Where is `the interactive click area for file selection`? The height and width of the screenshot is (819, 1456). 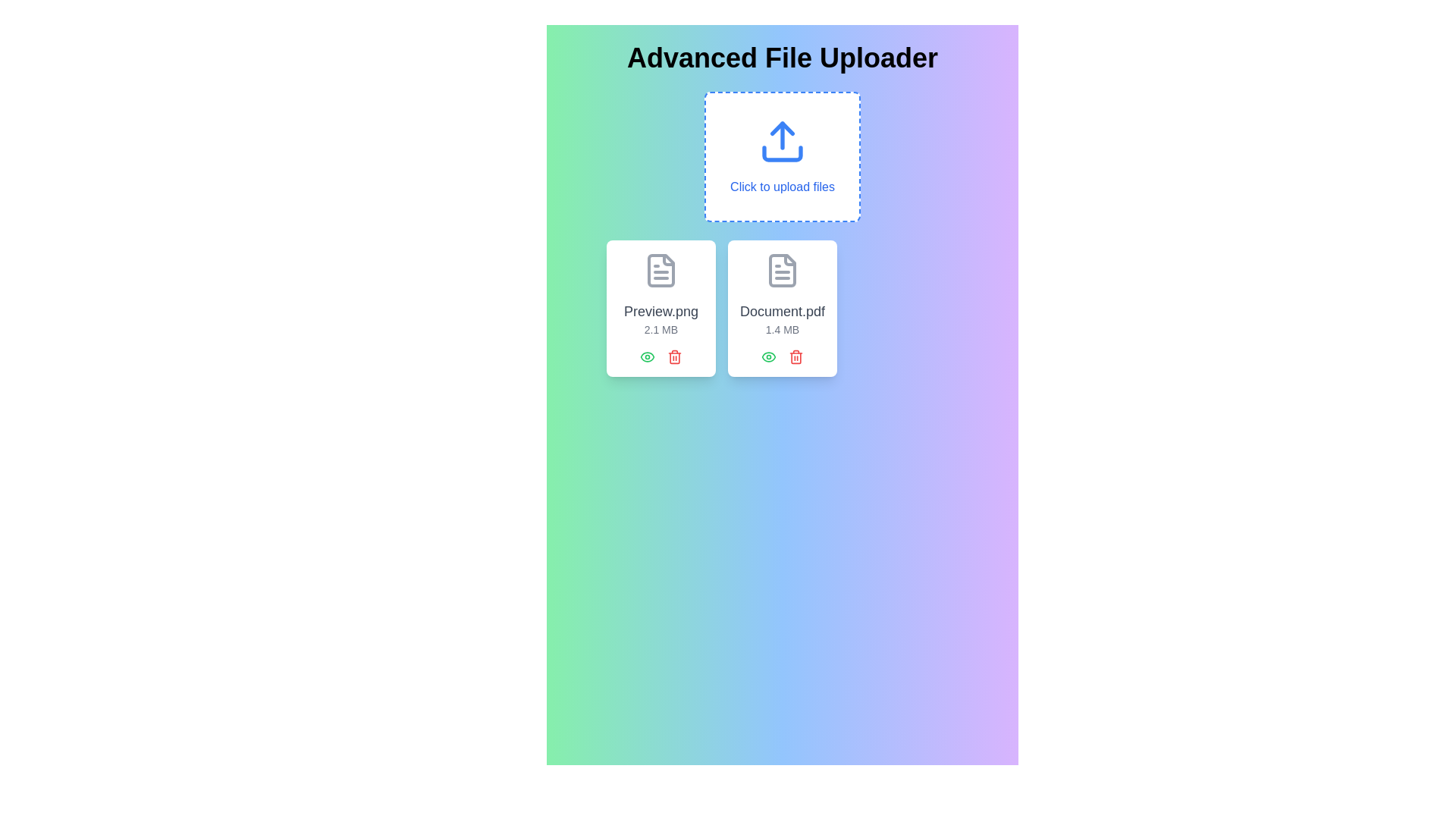
the interactive click area for file selection is located at coordinates (783, 157).